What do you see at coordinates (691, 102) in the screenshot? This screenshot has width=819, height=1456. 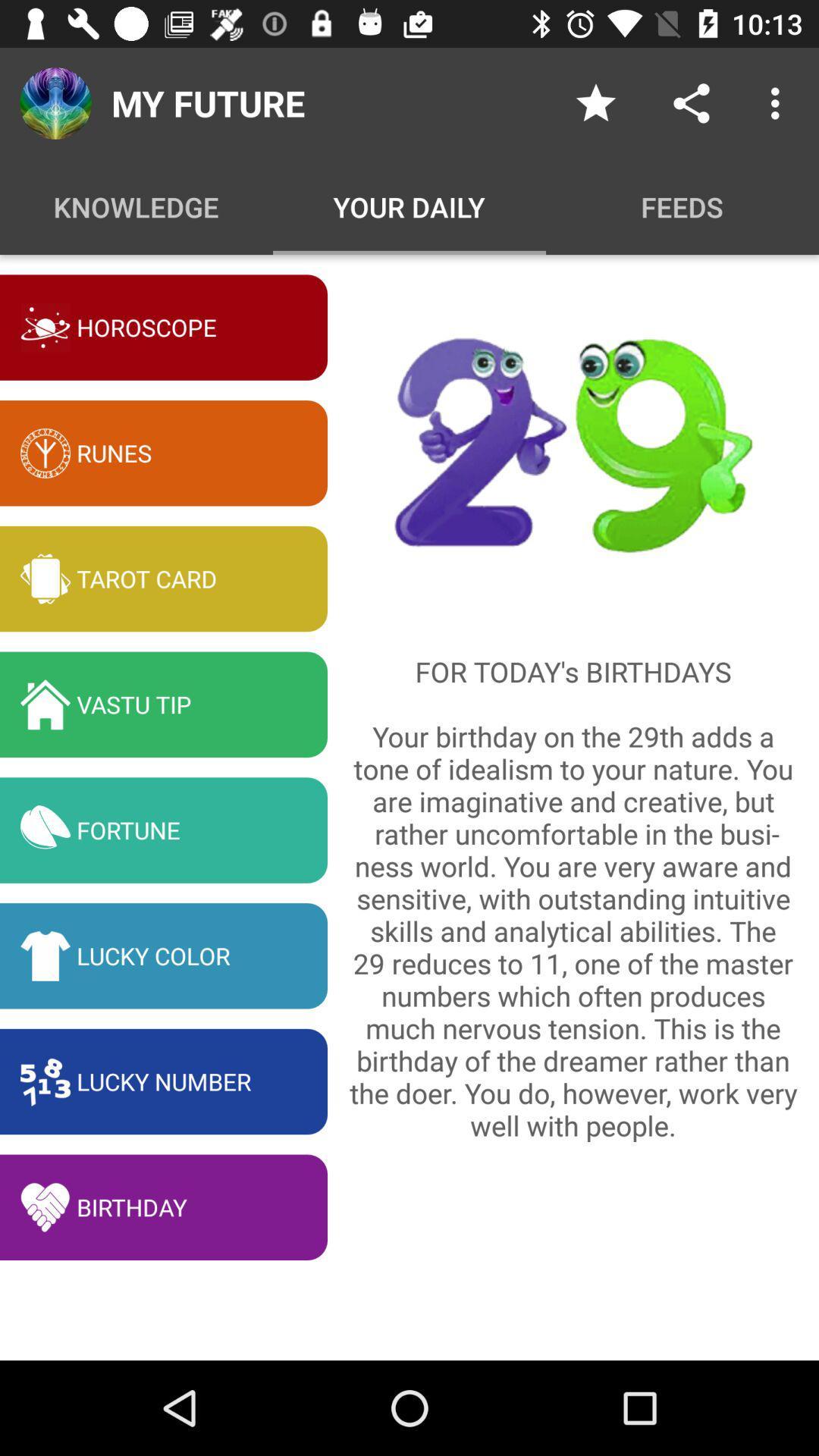 I see `share this information` at bounding box center [691, 102].